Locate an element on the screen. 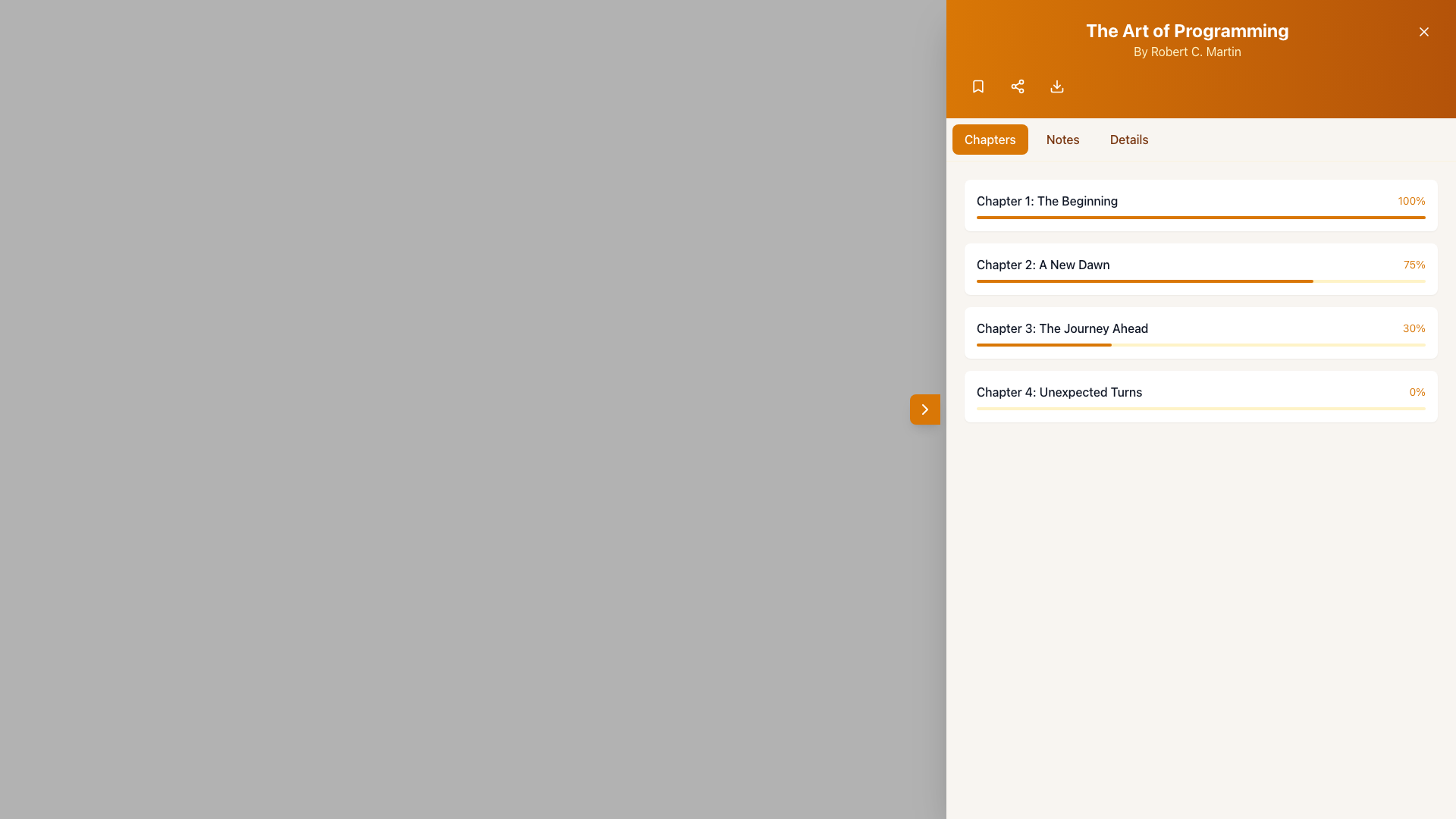 The width and height of the screenshot is (1456, 819). the round download button with a white arrow pointing downward, located in the top-right corner of the orange header section, to initiate the download is located at coordinates (1056, 86).